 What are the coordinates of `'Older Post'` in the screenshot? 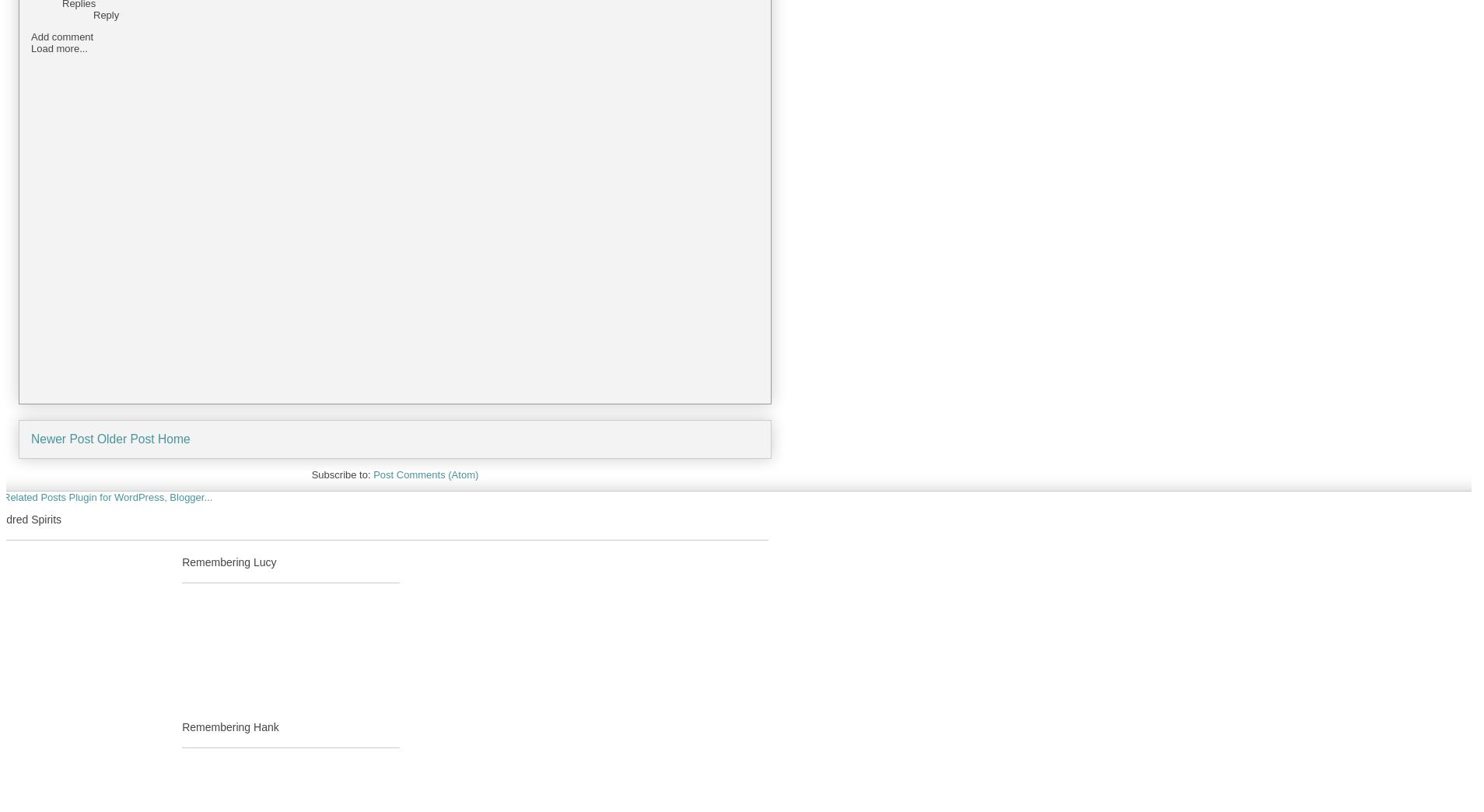 It's located at (124, 438).